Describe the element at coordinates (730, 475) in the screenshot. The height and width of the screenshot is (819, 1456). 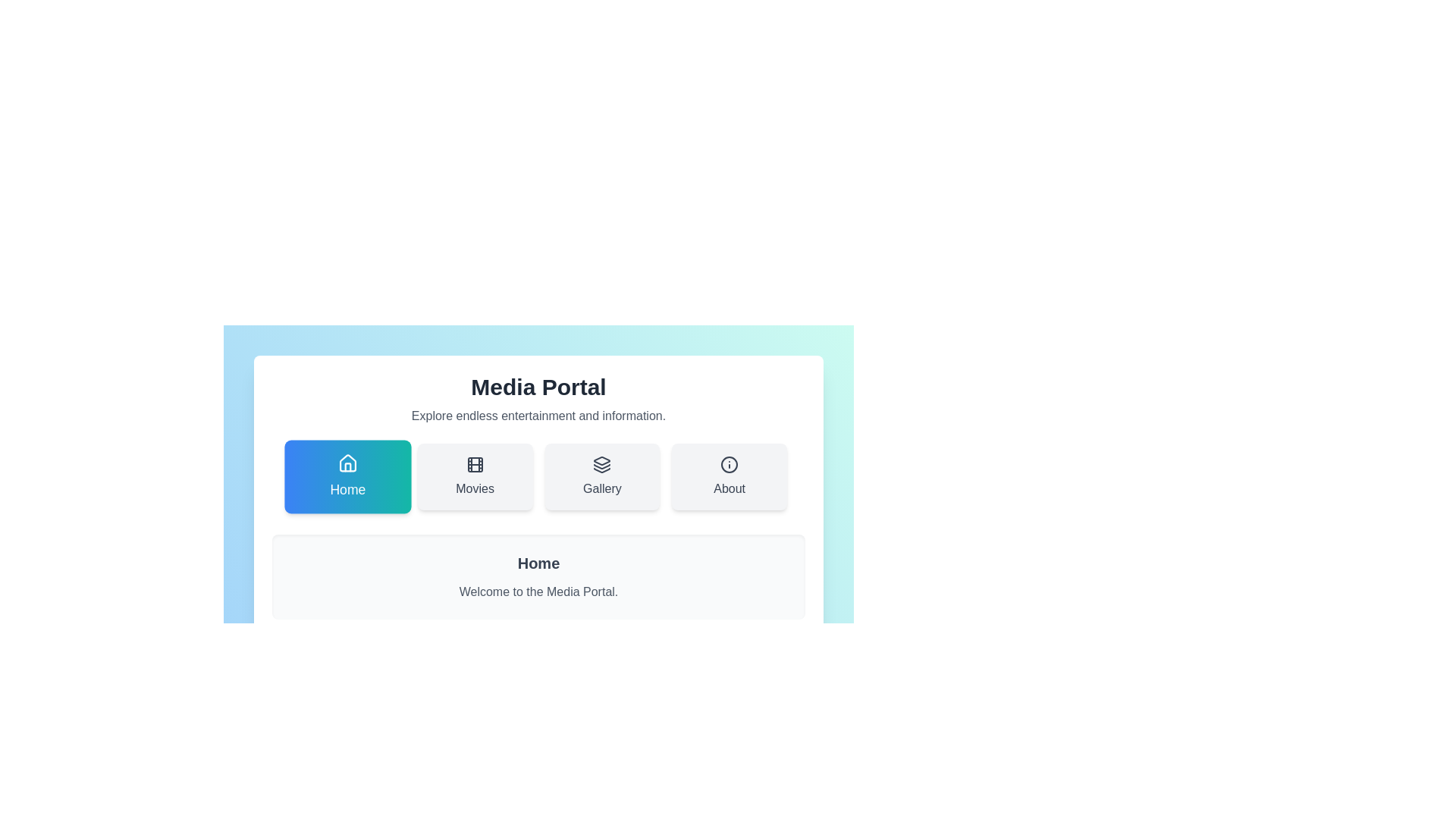
I see `the navigation button that directs users to the 'About' page, which is the fourth item in the grid layout located in the top-right corner, adjacent to the 'Gallery' button` at that location.